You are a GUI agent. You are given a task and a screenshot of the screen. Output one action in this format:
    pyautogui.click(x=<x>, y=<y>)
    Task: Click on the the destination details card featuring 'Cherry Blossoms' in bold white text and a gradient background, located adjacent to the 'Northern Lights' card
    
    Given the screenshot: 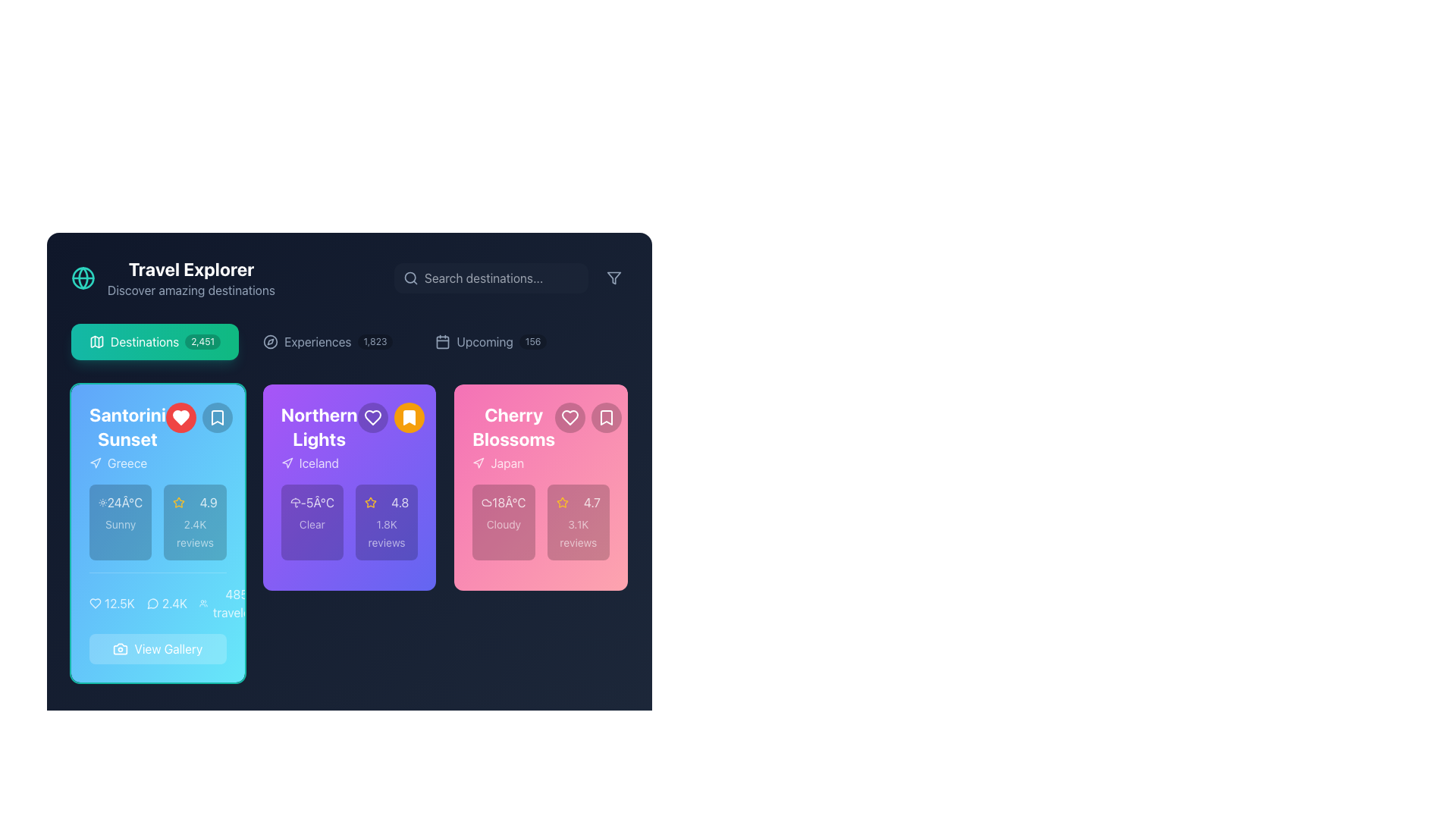 What is the action you would take?
    pyautogui.click(x=541, y=488)
    